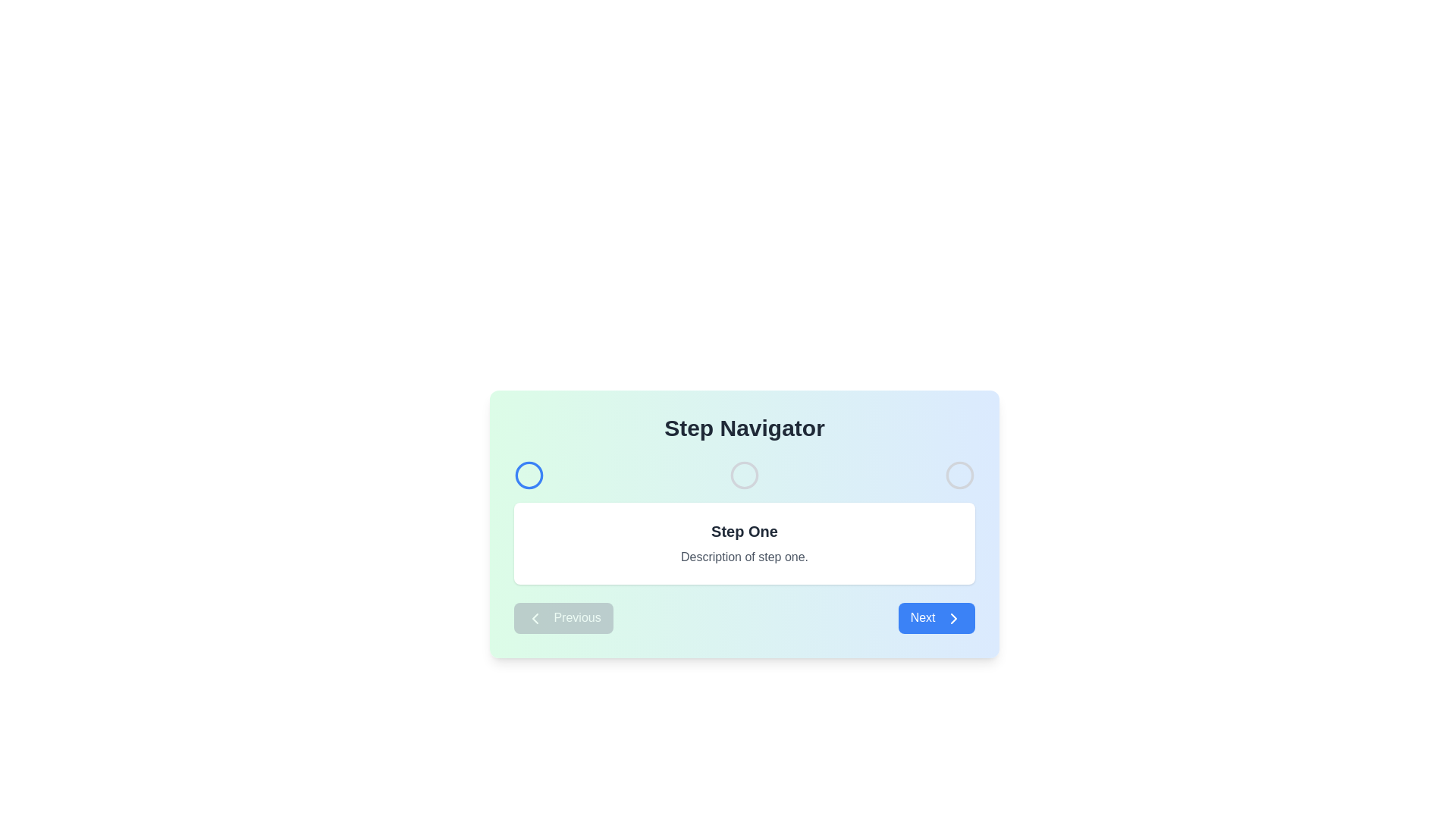 This screenshot has width=1456, height=819. I want to click on the navigation button located at the bottom-right corner of the card interface, so click(936, 618).